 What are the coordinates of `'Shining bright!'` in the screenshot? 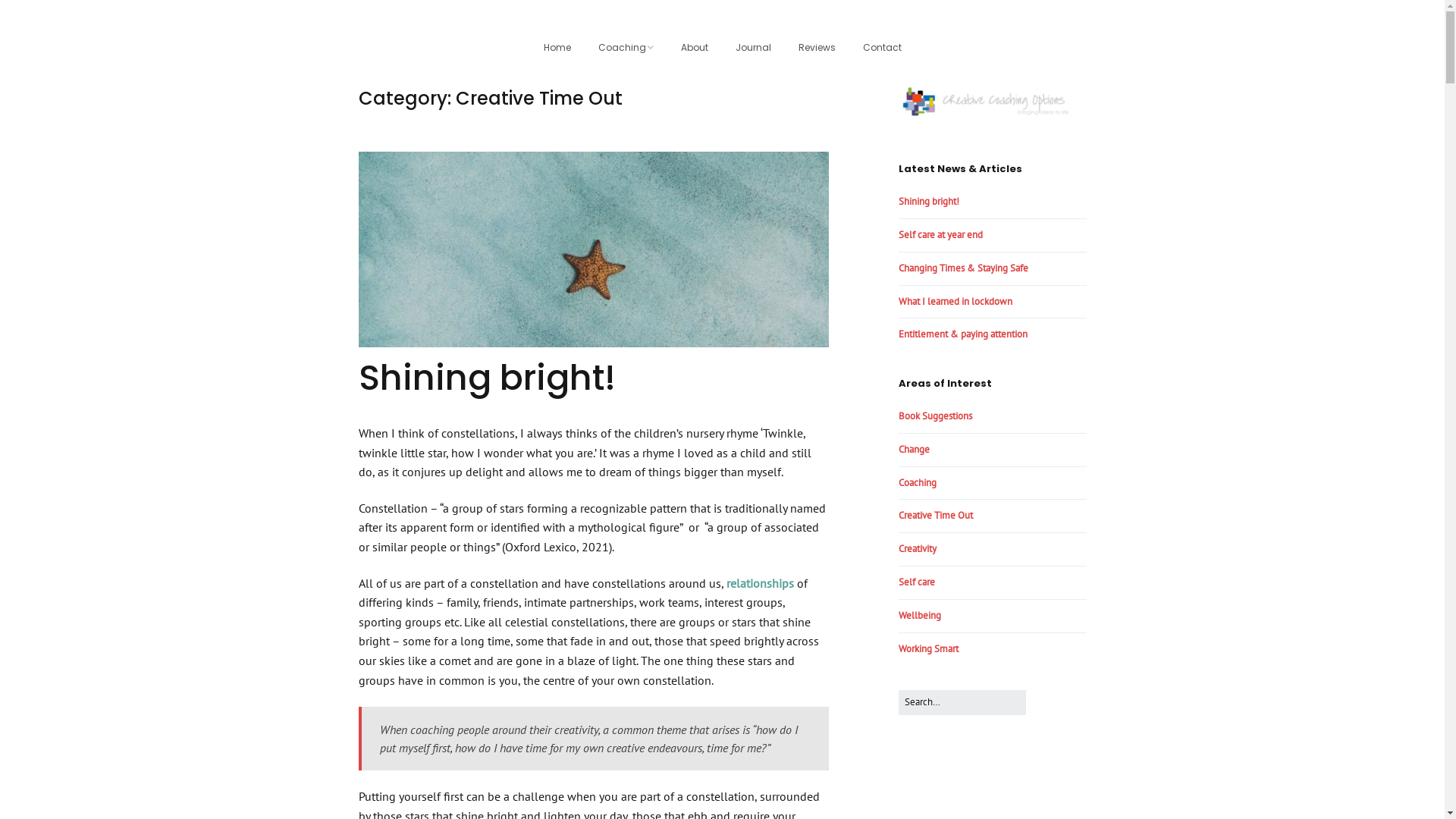 It's located at (927, 200).